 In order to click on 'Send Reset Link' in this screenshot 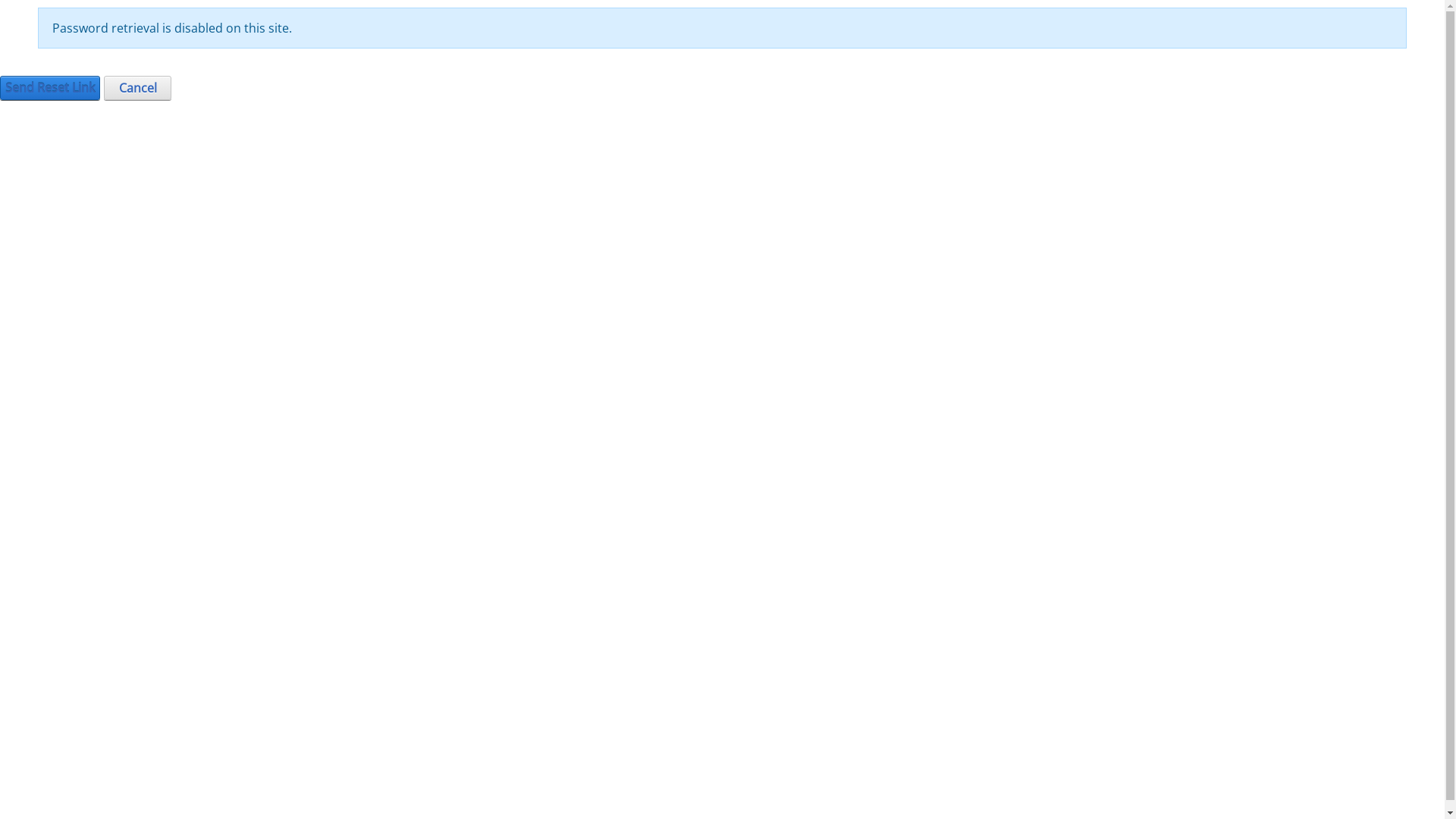, I will do `click(50, 87)`.